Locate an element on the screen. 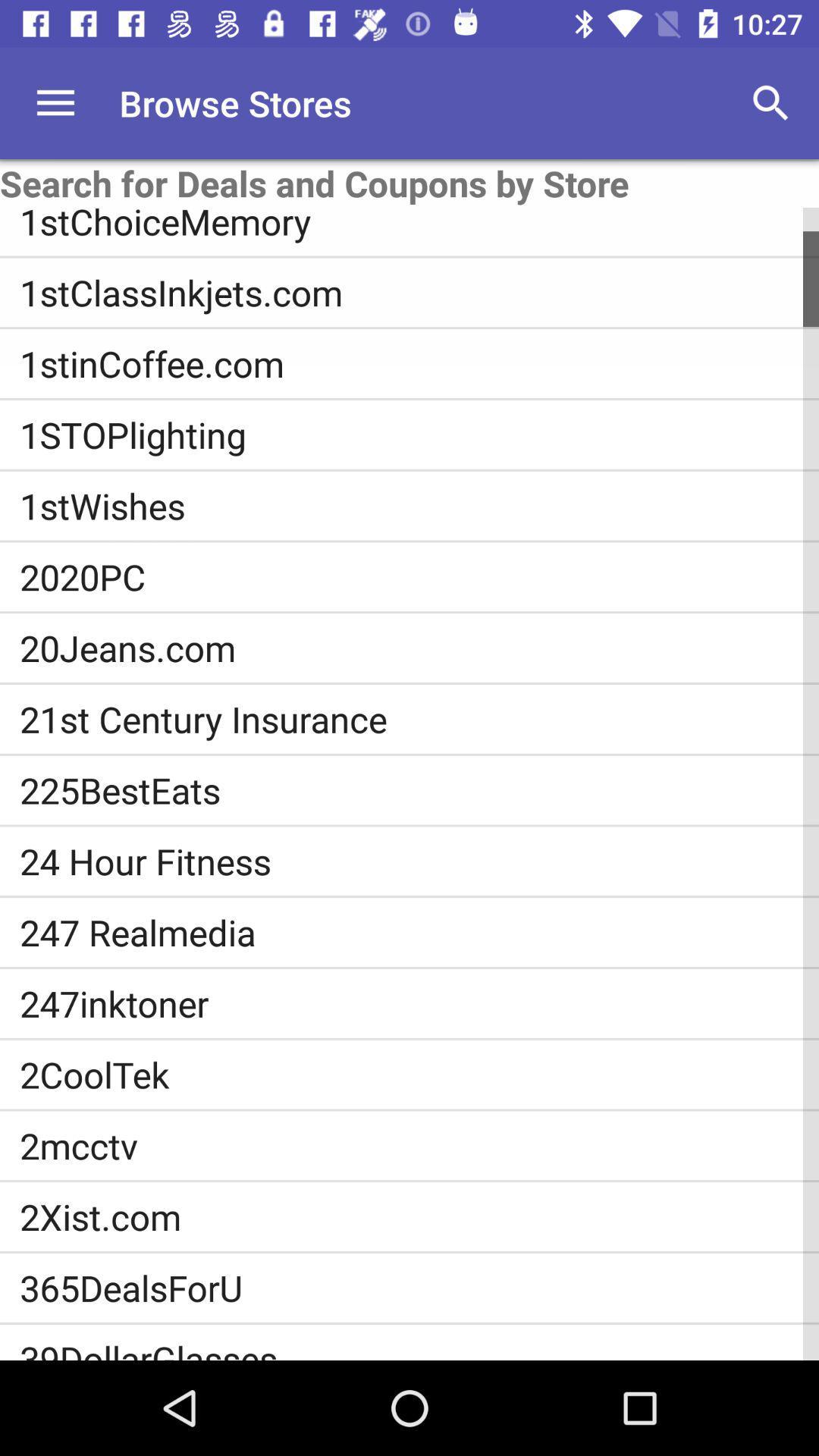 The width and height of the screenshot is (819, 1456). the 225besteats item is located at coordinates (419, 789).